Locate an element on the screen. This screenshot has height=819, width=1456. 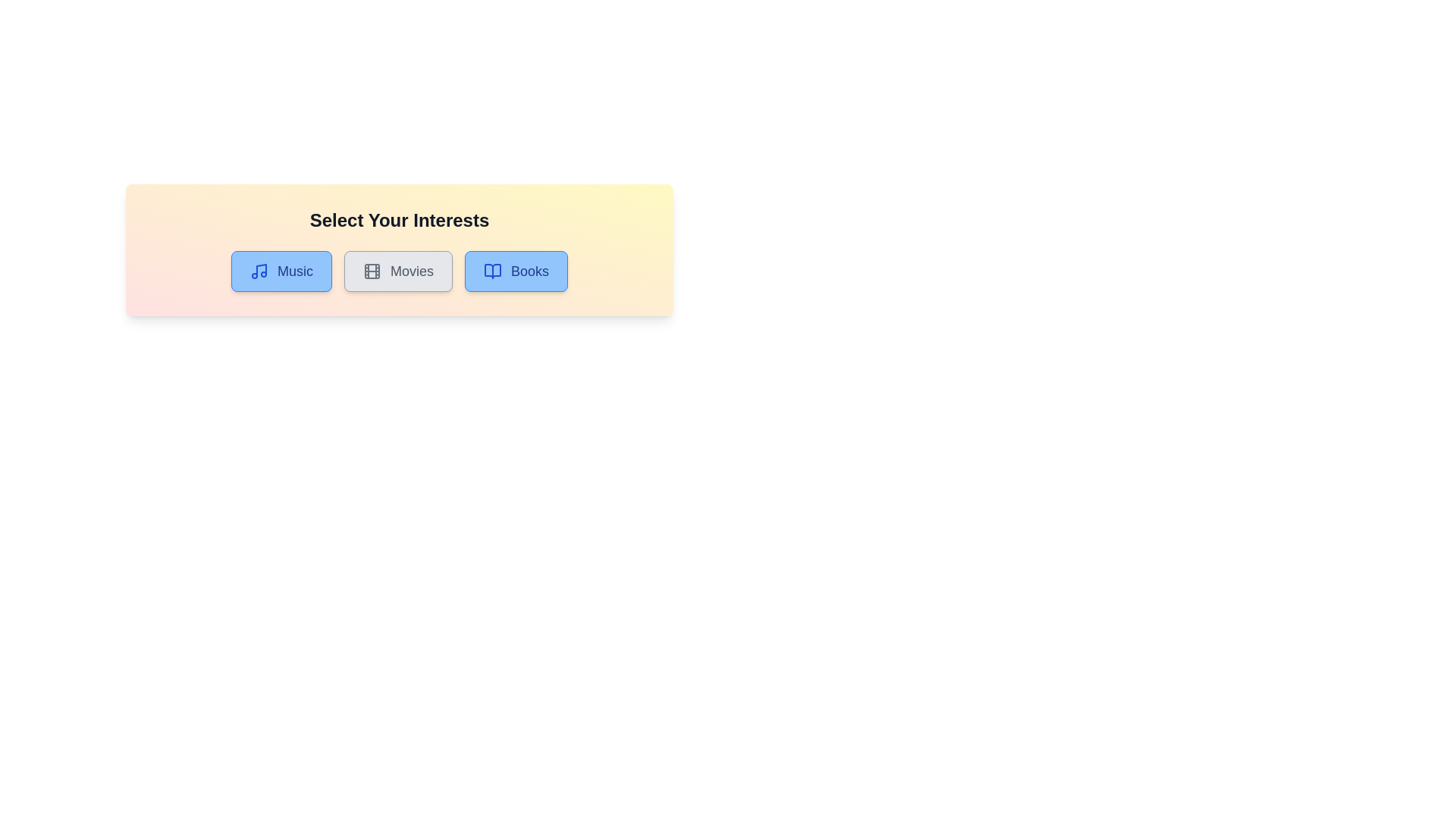
the interest Music by clicking its button is located at coordinates (281, 271).